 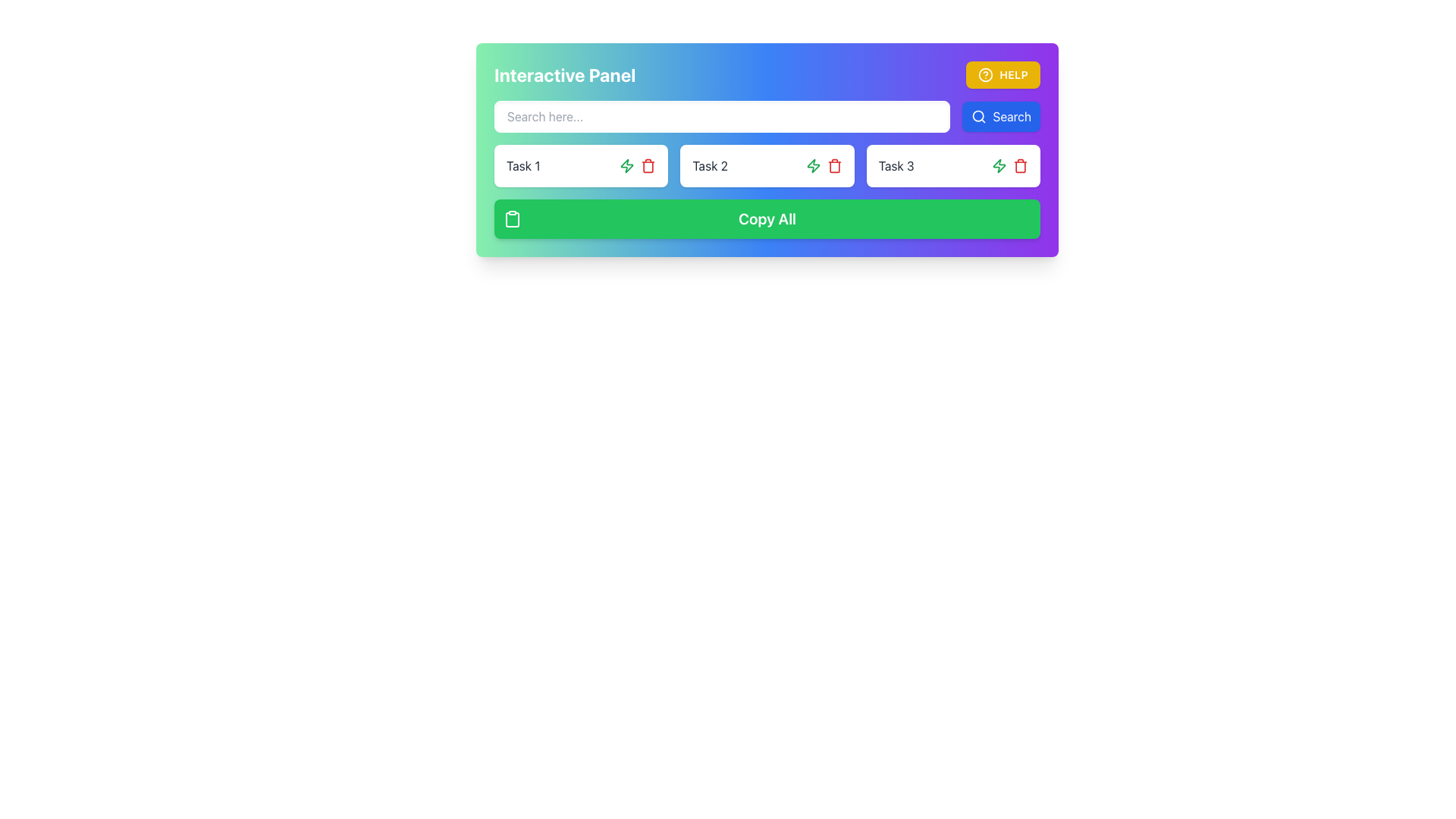 What do you see at coordinates (1012, 116) in the screenshot?
I see `the 'Search' text button located in the top-right section of the panel` at bounding box center [1012, 116].